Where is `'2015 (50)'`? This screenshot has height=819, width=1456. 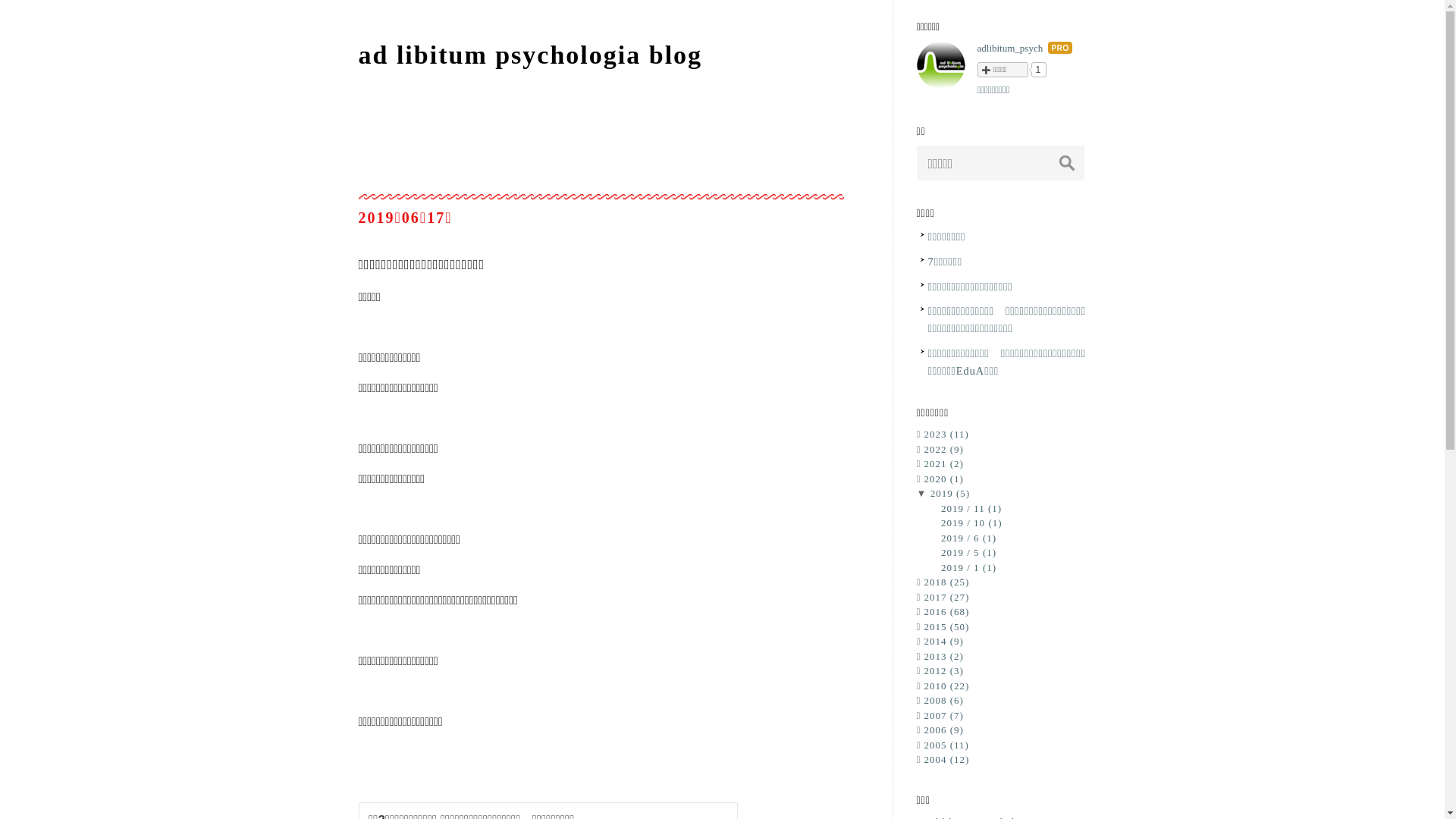 '2015 (50)' is located at coordinates (946, 626).